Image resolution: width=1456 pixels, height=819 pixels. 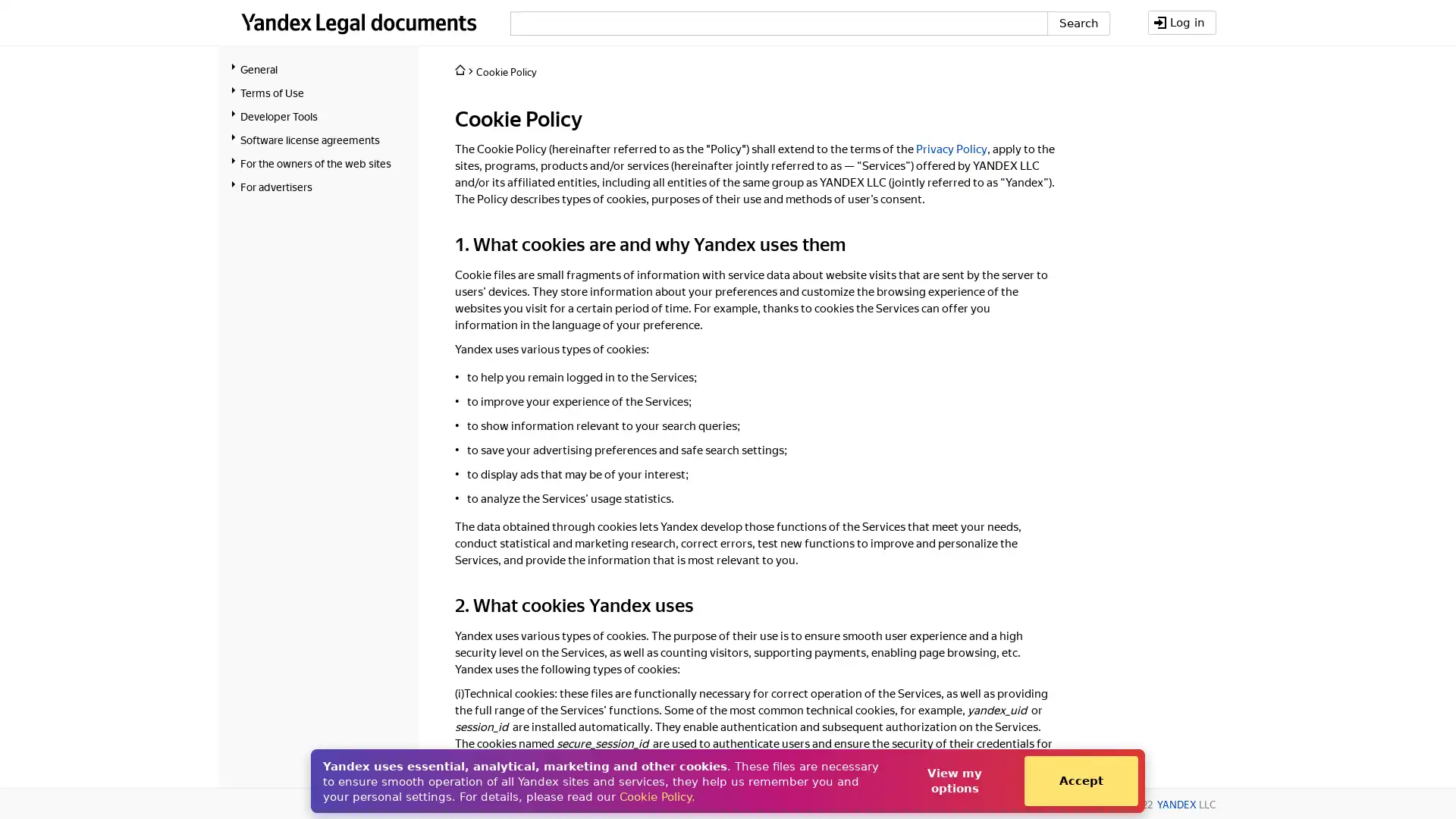 What do you see at coordinates (318, 115) in the screenshot?
I see `Developer Tools` at bounding box center [318, 115].